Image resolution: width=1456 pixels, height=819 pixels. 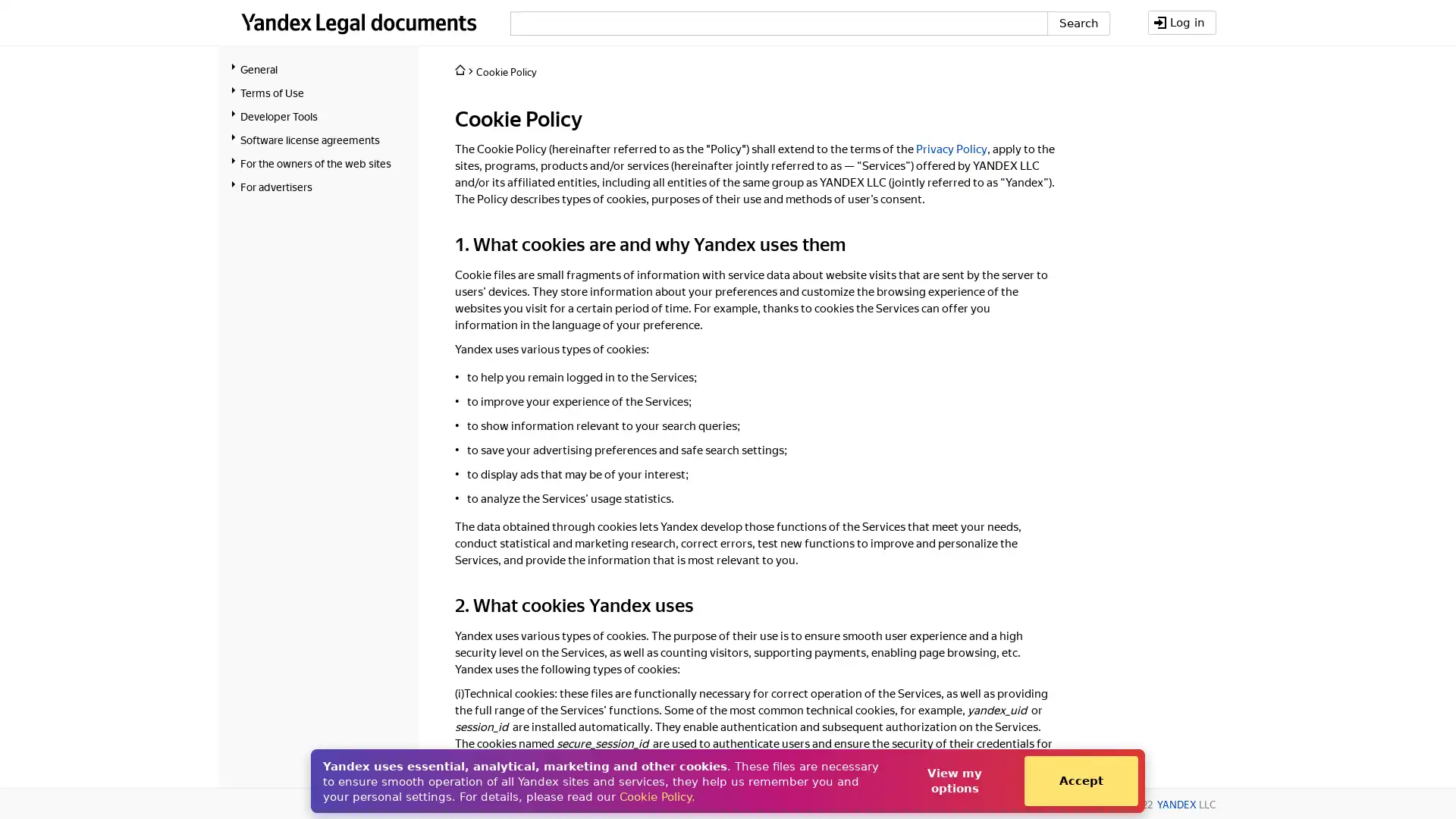 What do you see at coordinates (318, 115) in the screenshot?
I see `Developer Tools` at bounding box center [318, 115].